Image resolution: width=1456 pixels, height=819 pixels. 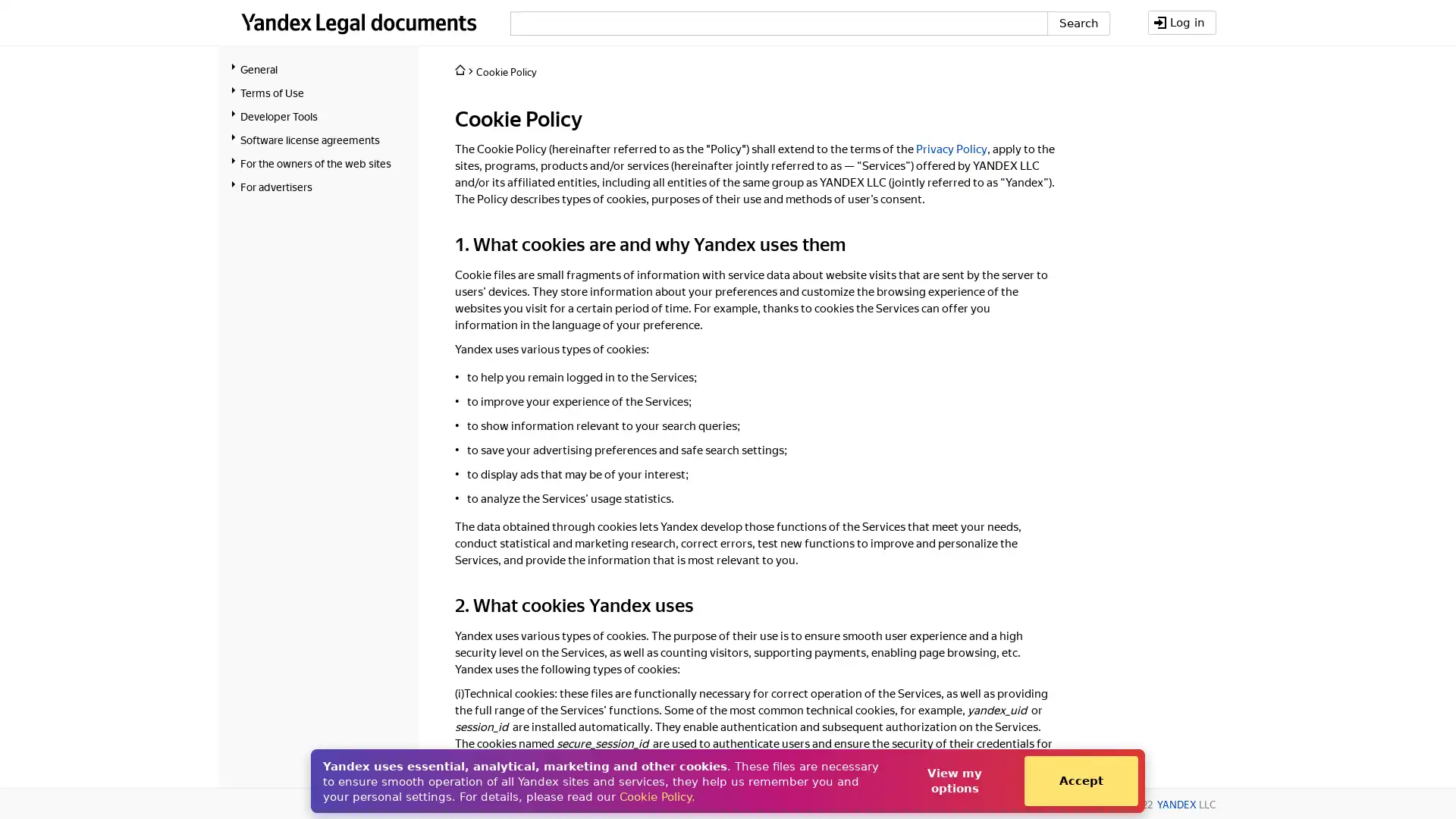 What do you see at coordinates (318, 115) in the screenshot?
I see `Developer Tools` at bounding box center [318, 115].